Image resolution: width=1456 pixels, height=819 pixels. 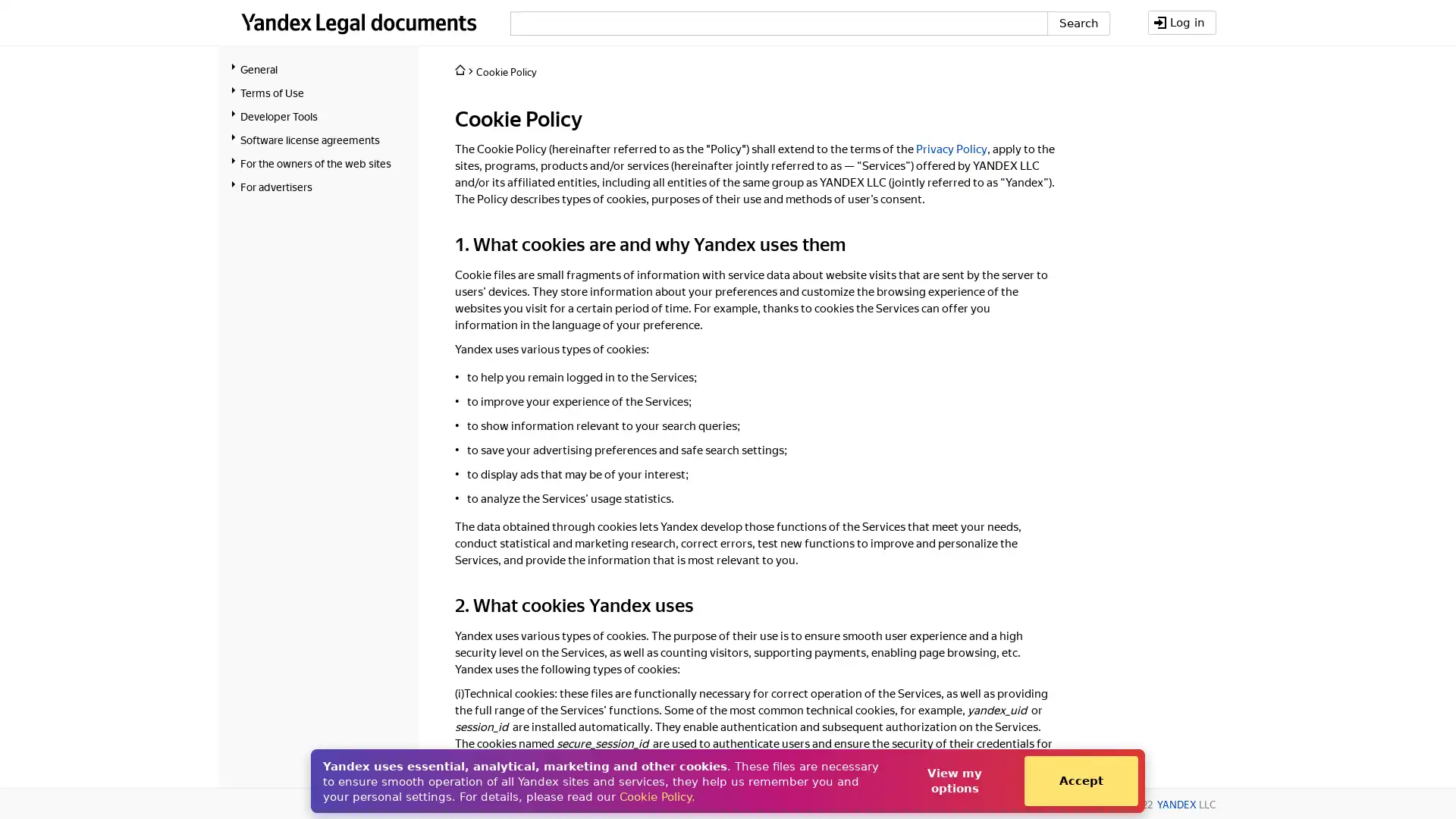 What do you see at coordinates (318, 115) in the screenshot?
I see `Developer Tools` at bounding box center [318, 115].